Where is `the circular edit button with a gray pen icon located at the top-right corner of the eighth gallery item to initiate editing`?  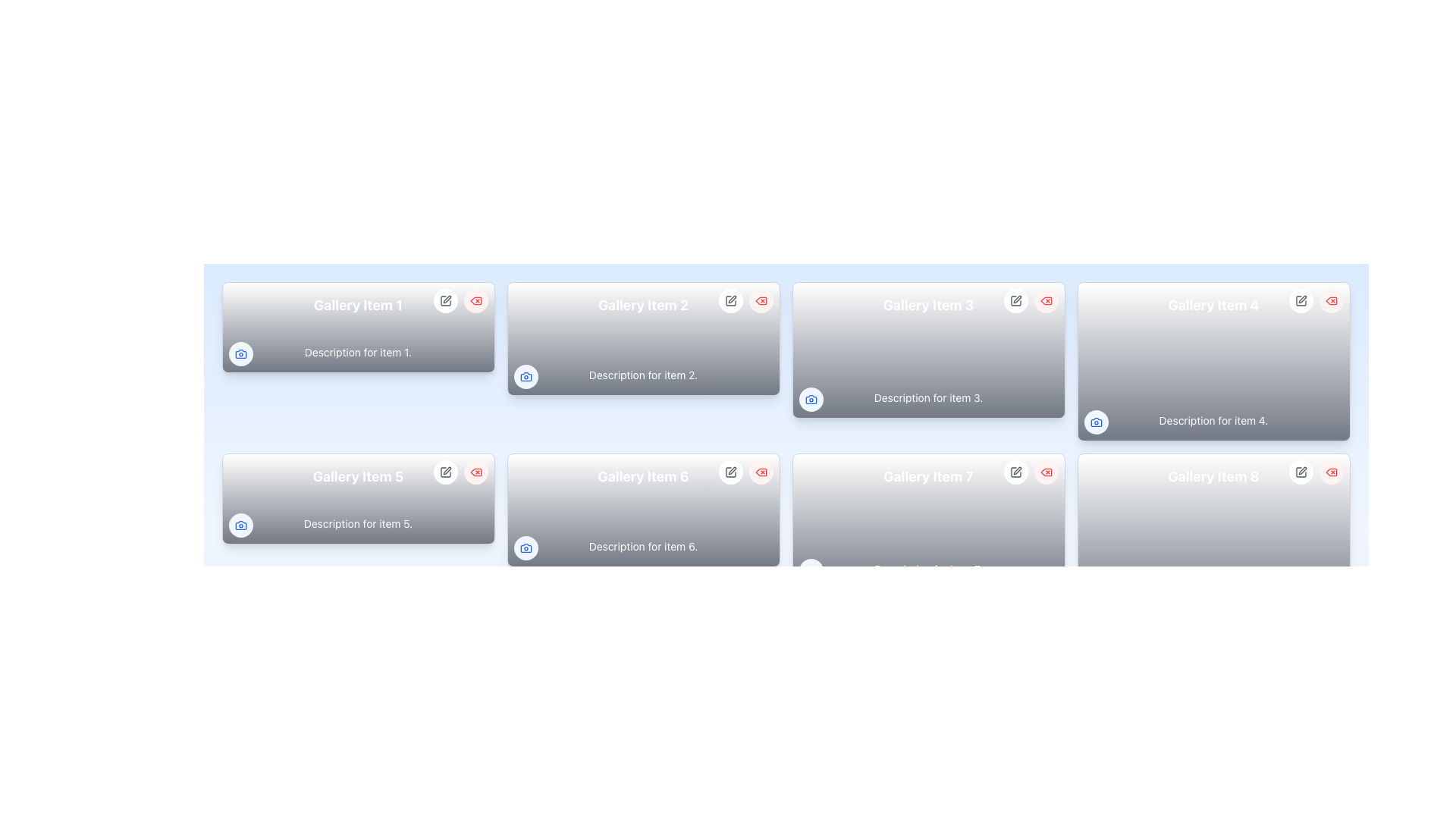 the circular edit button with a gray pen icon located at the top-right corner of the eighth gallery item to initiate editing is located at coordinates (1300, 472).